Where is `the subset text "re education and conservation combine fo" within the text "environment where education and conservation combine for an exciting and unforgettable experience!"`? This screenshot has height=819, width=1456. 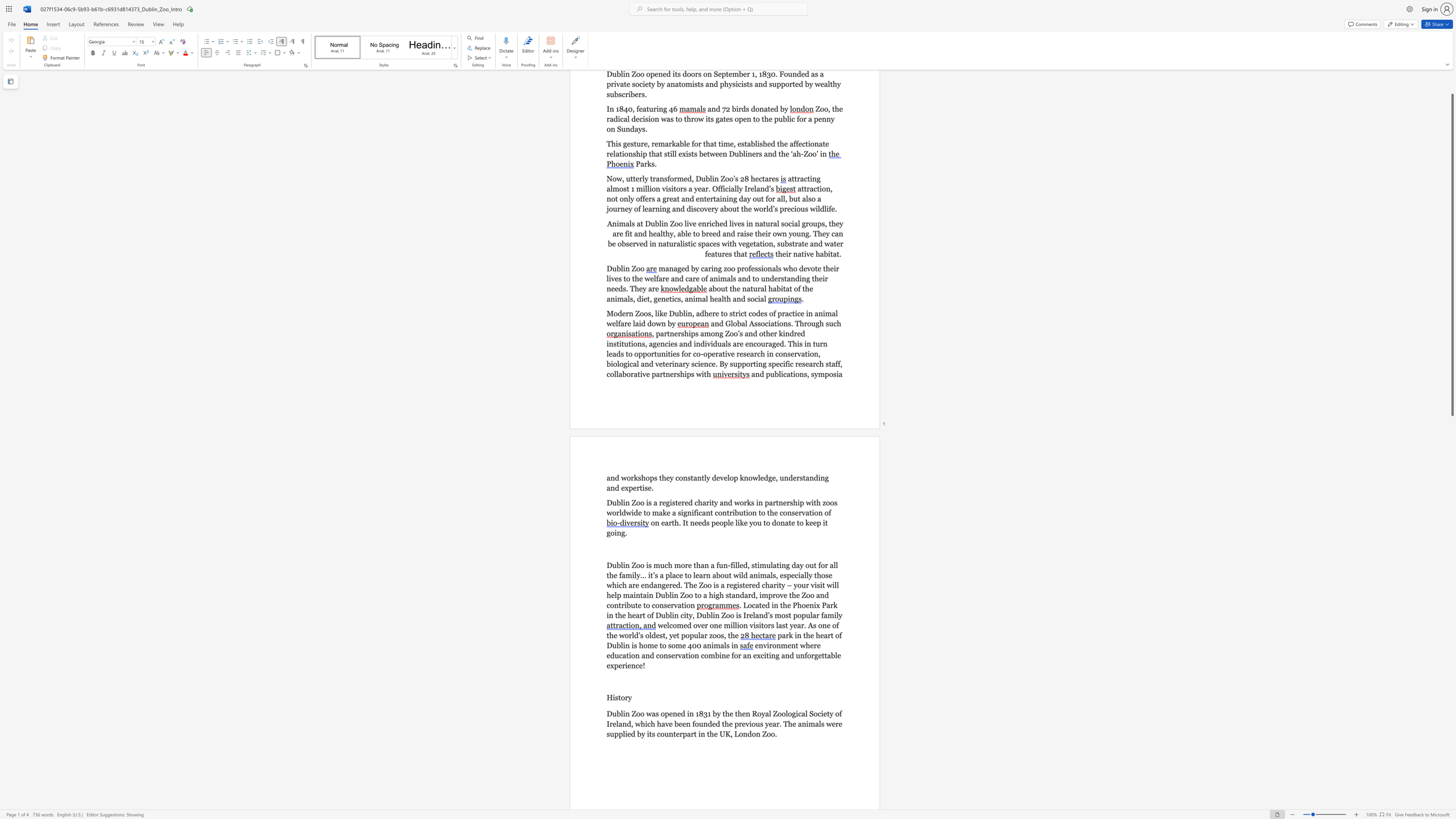 the subset text "re education and conservation combine fo" within the text "environment where education and conservation combine for an exciting and unforgettable experience!" is located at coordinates (813, 645).